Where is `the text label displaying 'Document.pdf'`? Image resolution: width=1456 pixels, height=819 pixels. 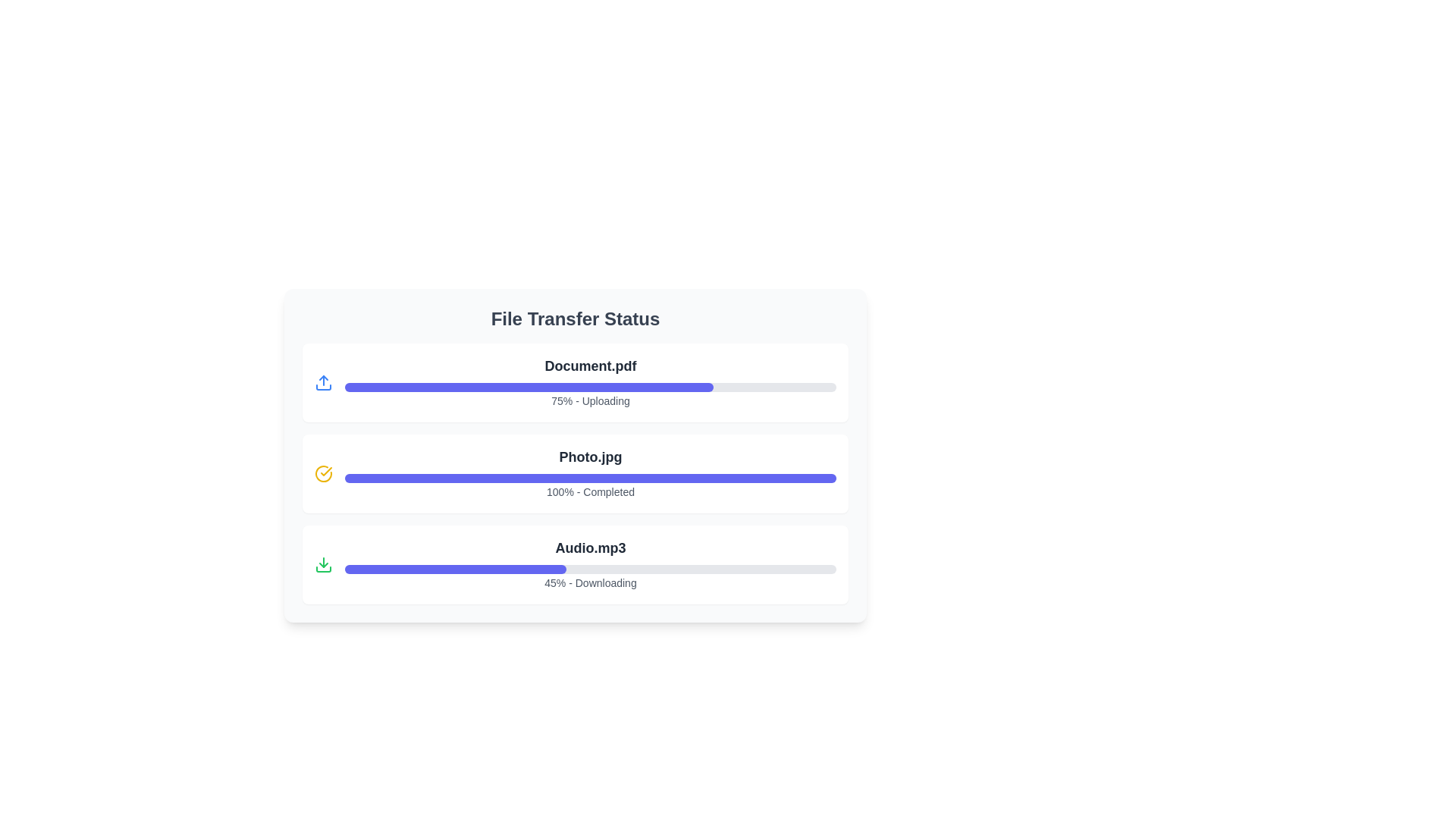 the text label displaying 'Document.pdf' is located at coordinates (589, 366).